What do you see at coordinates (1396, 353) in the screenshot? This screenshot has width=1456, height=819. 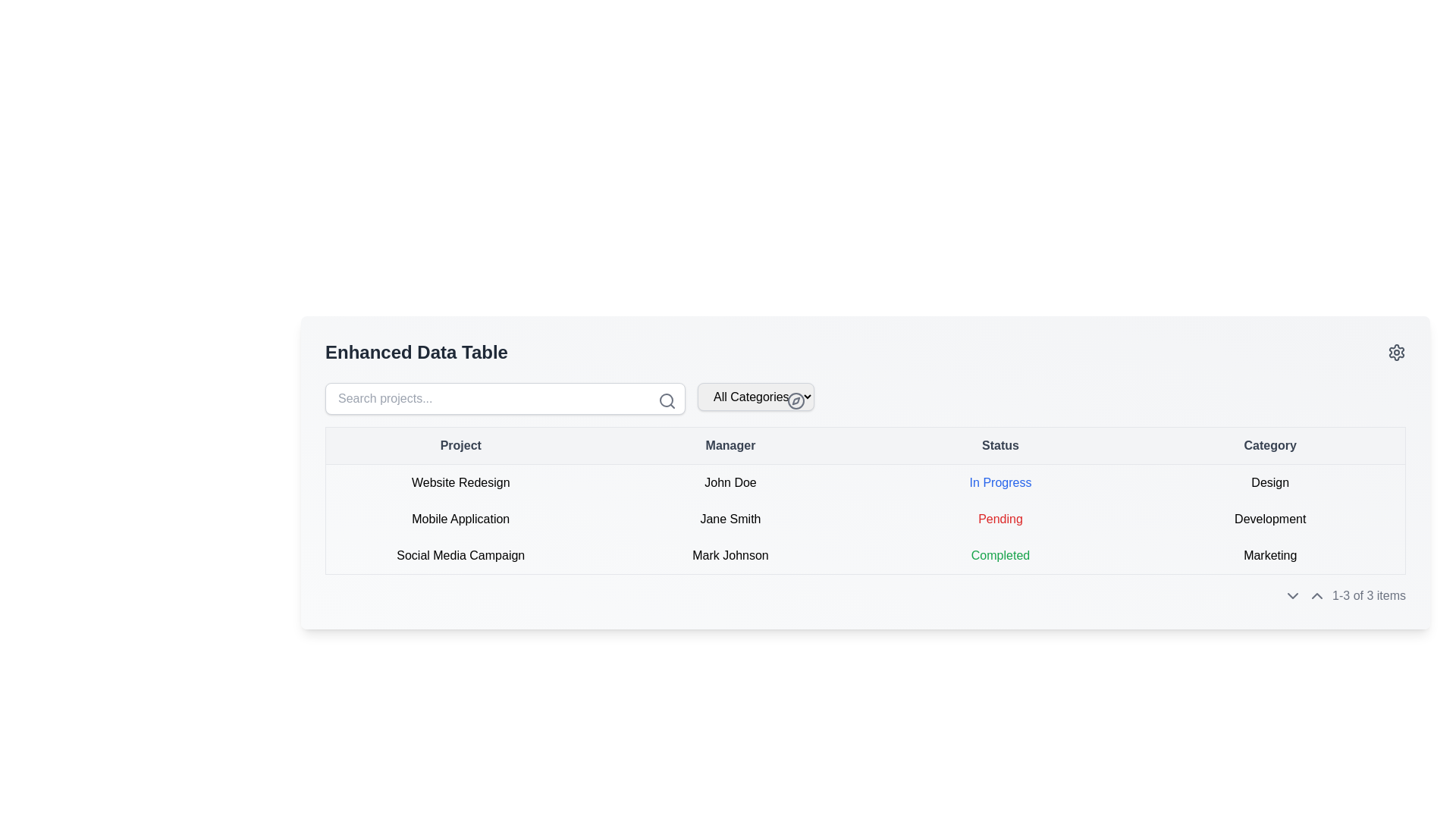 I see `the gear-shaped settings icon located in the top-right corner of the interface` at bounding box center [1396, 353].